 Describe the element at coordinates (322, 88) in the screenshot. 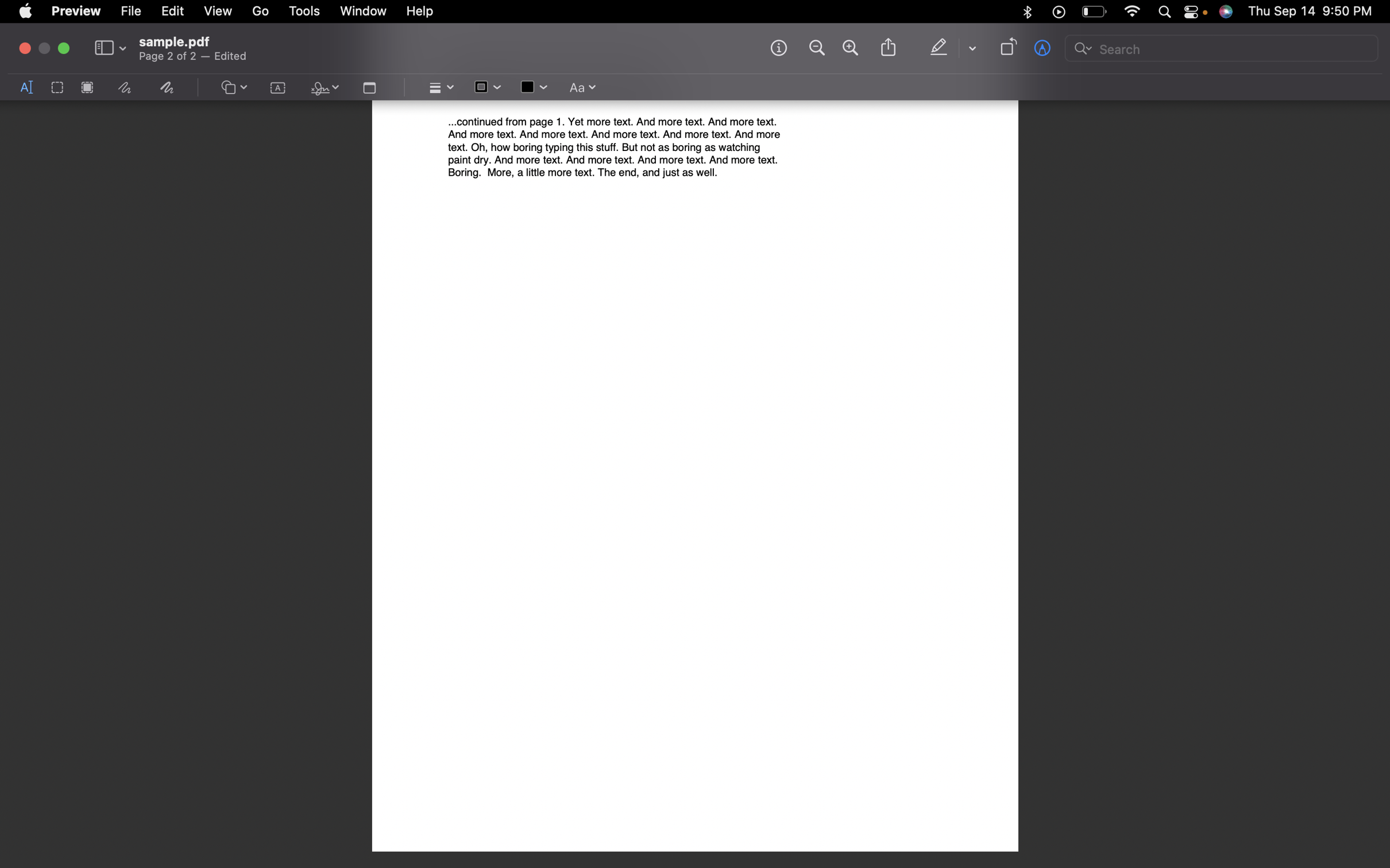

I see `your sign in the document` at that location.